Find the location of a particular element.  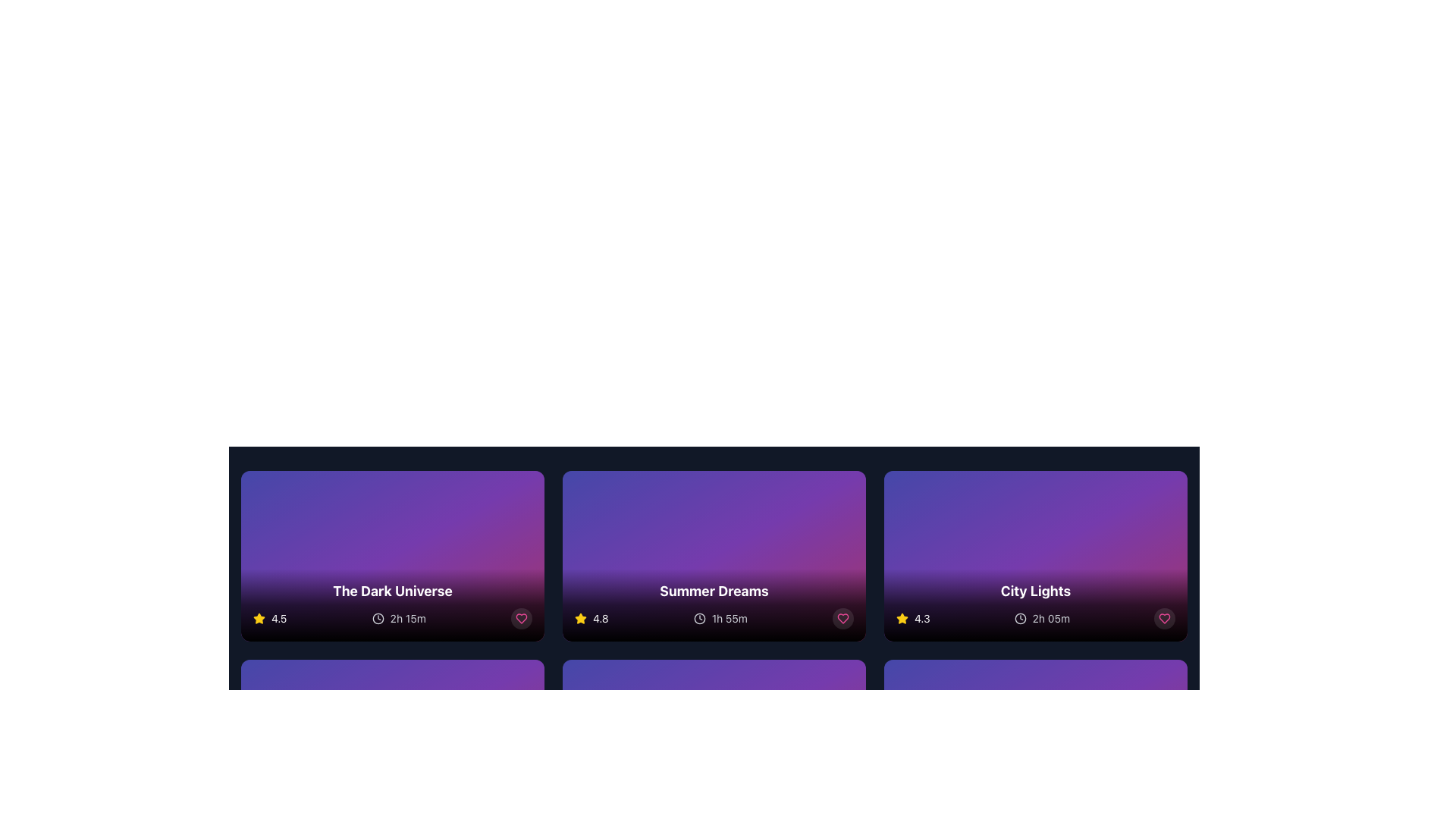

the static text label displaying the numeric text '4.8', which is styled in a small white bold font and associated with a yellow star icon, located in the second card beneath the title 'Summer Dreams' is located at coordinates (600, 619).